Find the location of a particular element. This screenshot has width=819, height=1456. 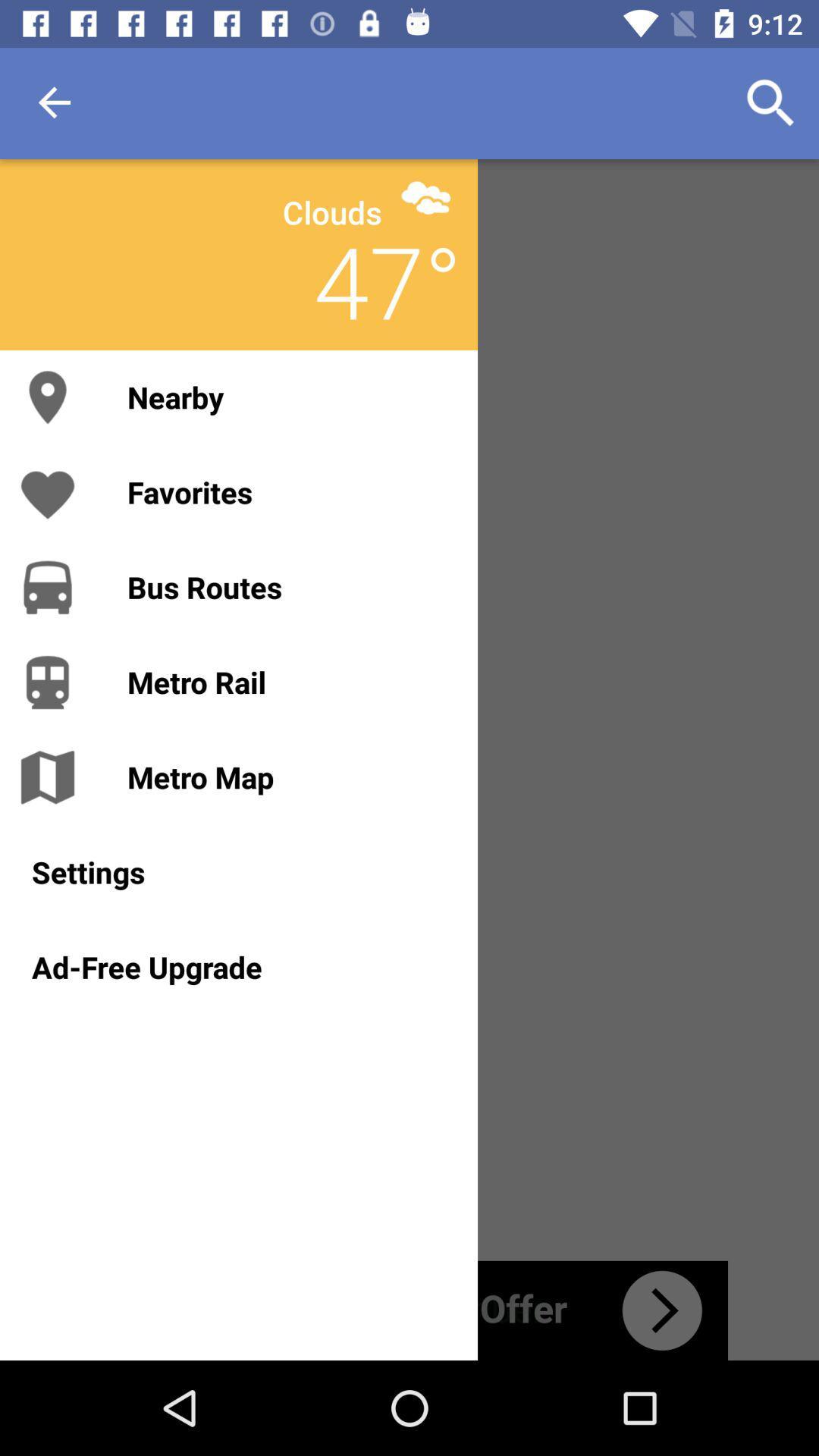

favorites icon is located at coordinates (287, 492).